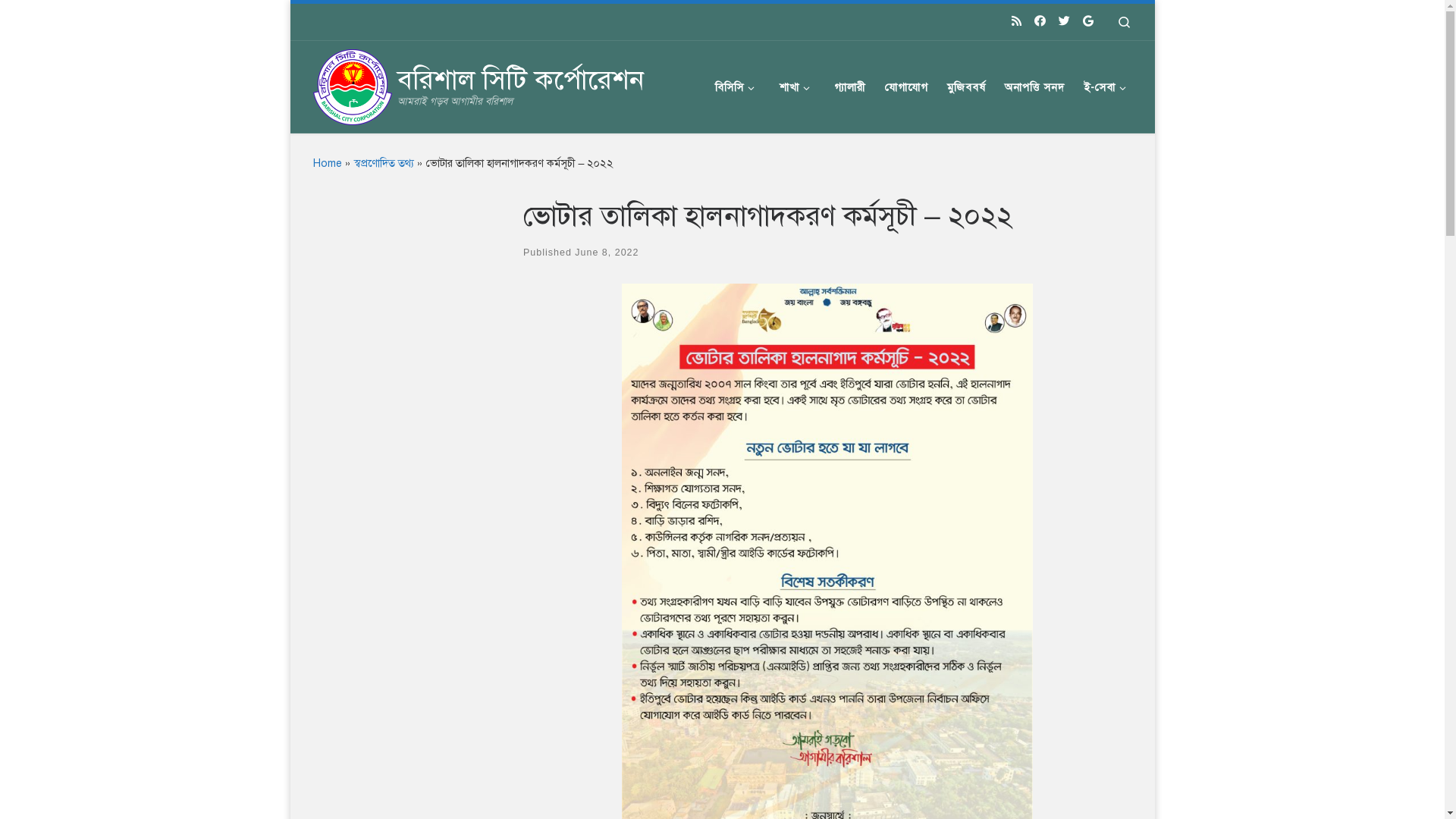  I want to click on 'Subscribe to my rss feed', so click(1012, 21).